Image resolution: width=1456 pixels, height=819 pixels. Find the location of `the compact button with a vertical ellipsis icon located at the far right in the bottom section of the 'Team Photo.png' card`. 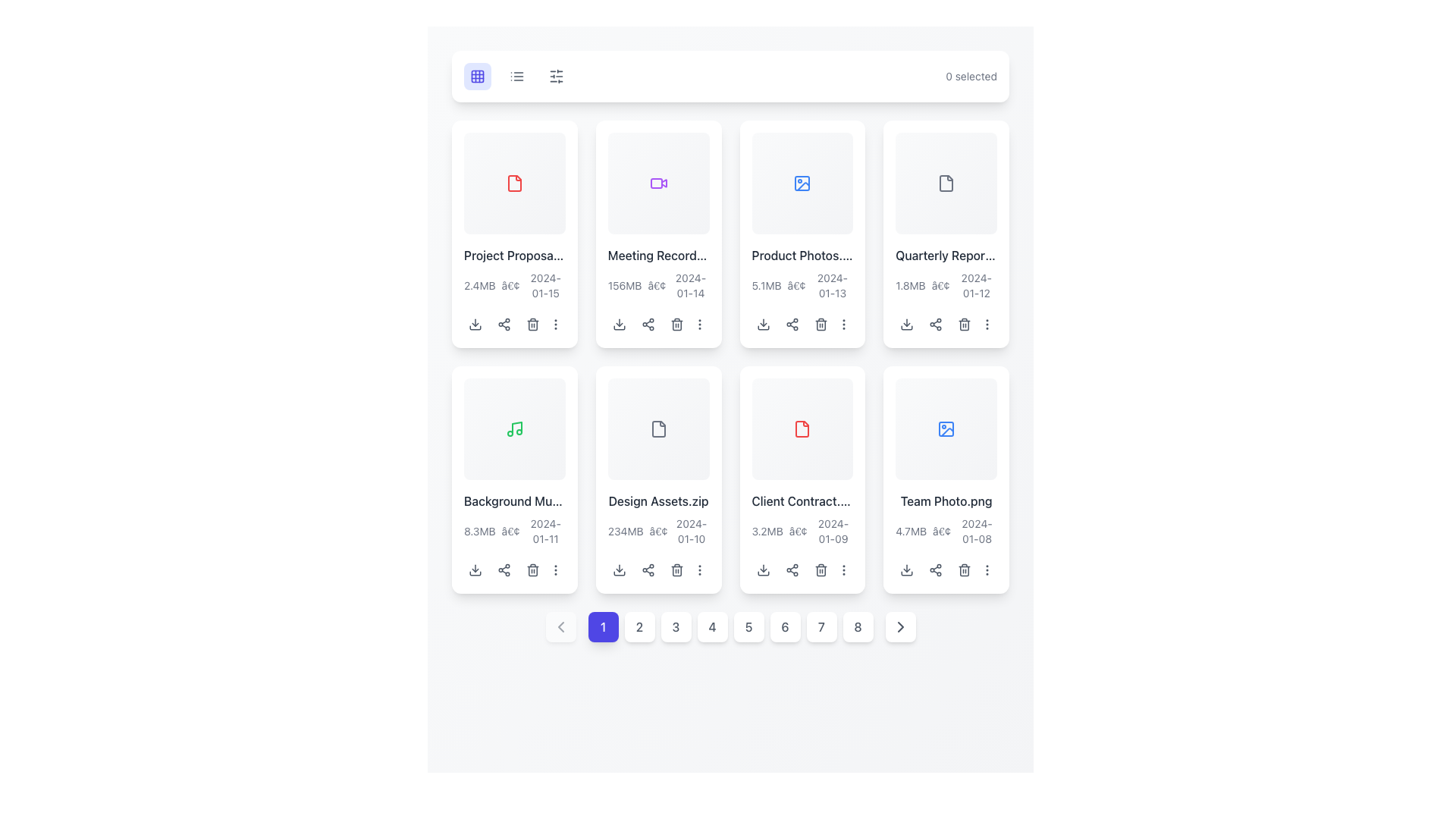

the compact button with a vertical ellipsis icon located at the far right in the bottom section of the 'Team Photo.png' card is located at coordinates (987, 570).